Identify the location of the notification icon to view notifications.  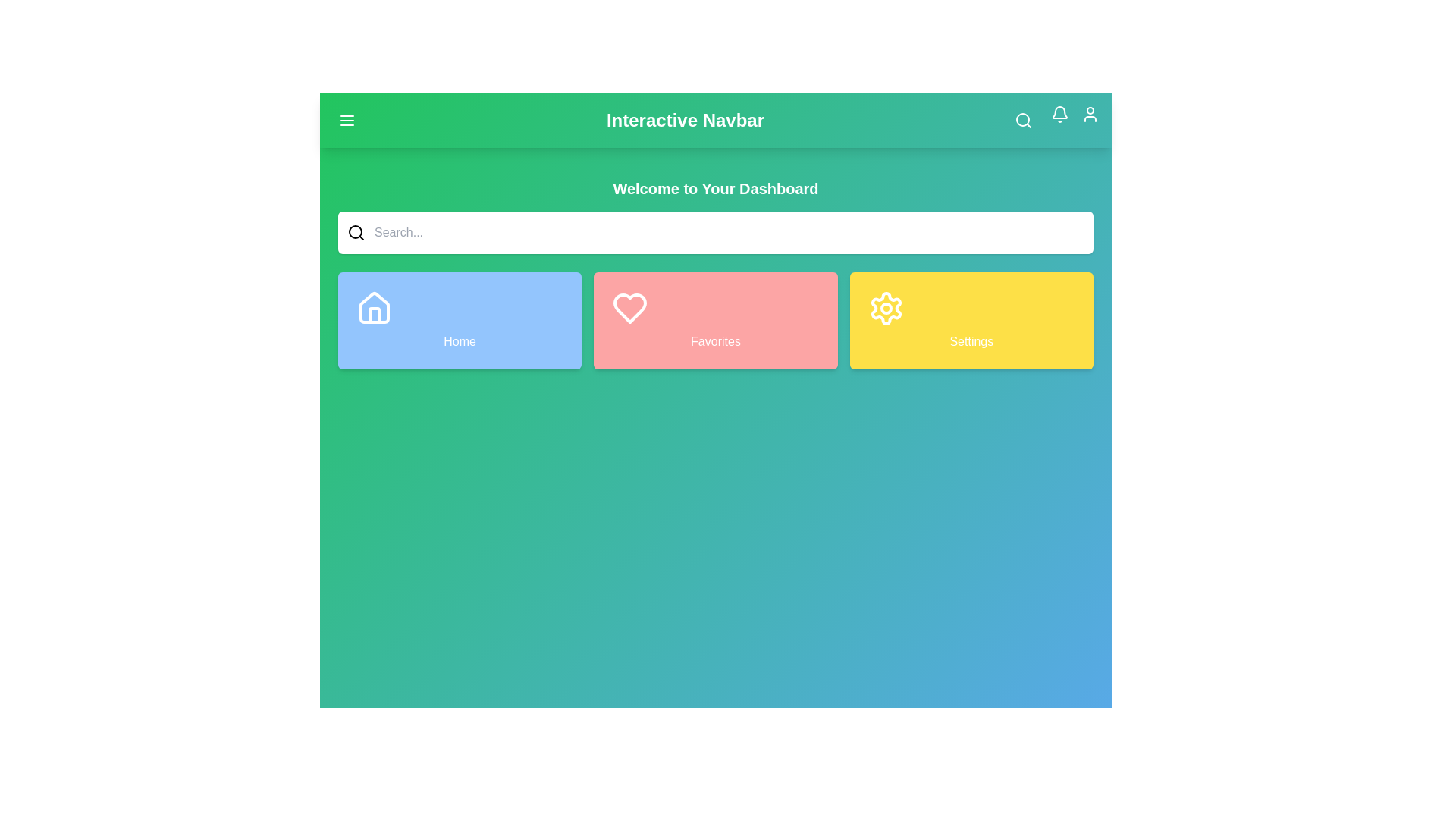
(1059, 113).